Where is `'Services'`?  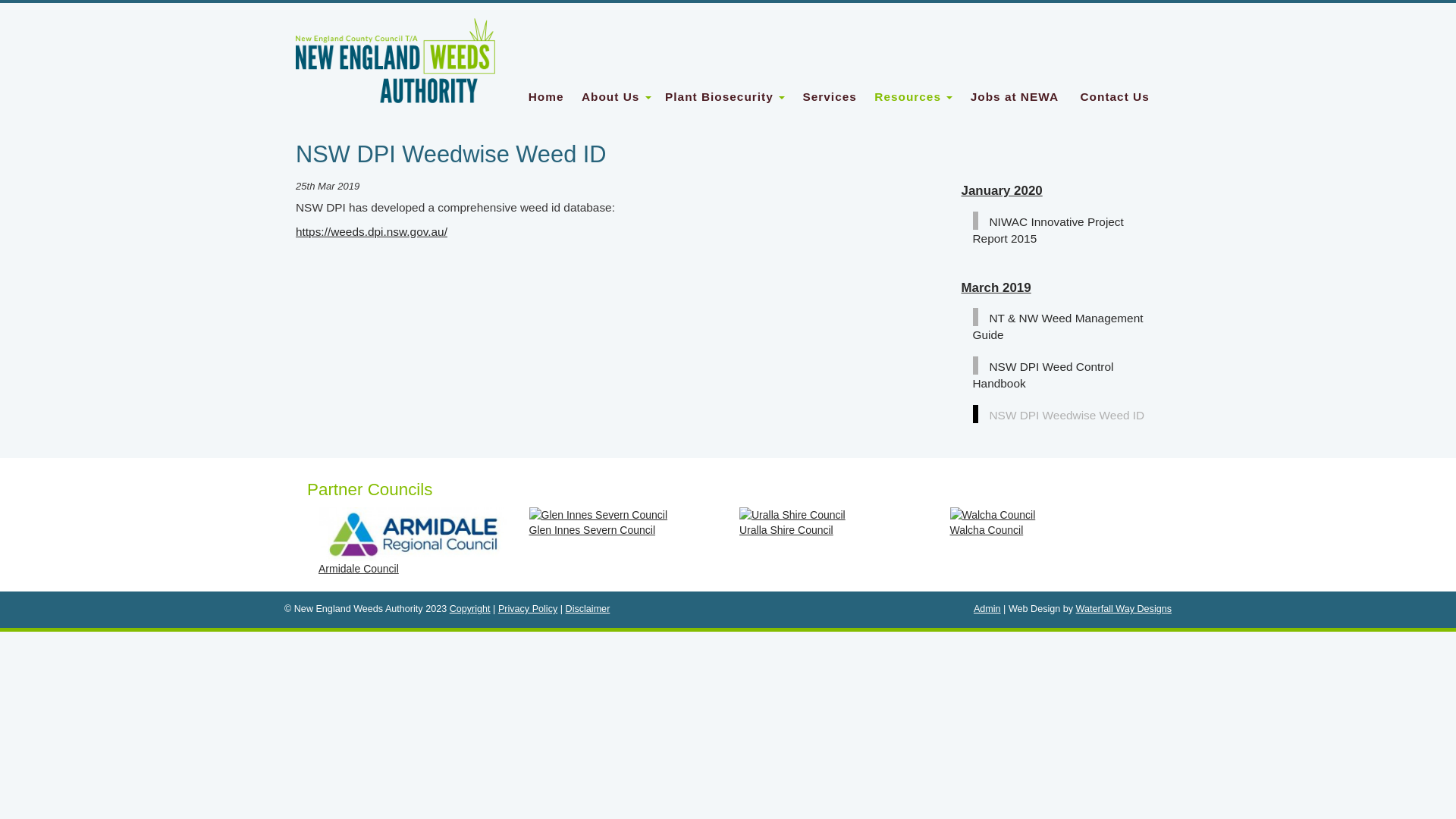 'Services' is located at coordinates (829, 96).